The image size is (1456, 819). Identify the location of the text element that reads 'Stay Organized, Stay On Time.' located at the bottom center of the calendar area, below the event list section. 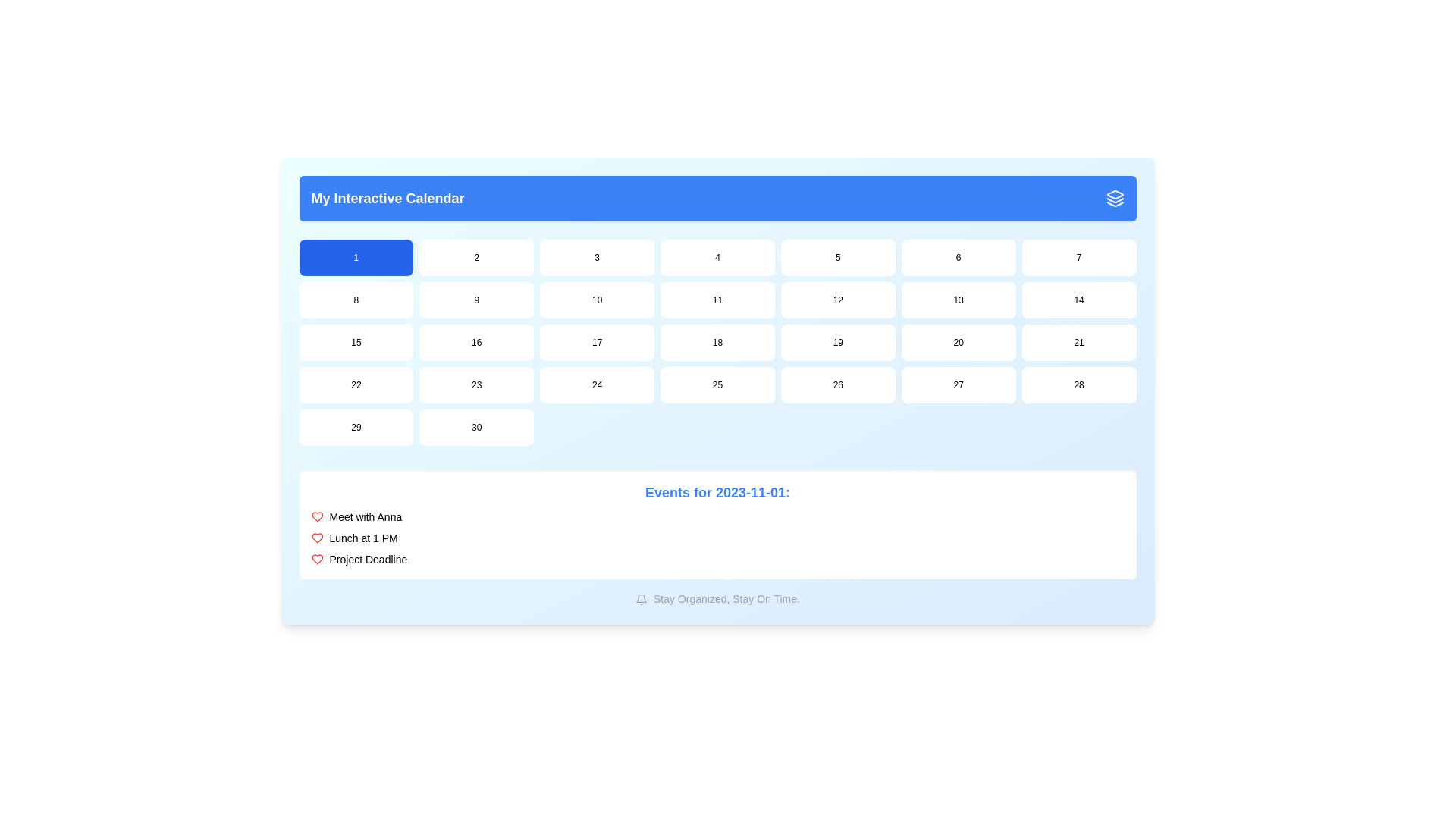
(717, 598).